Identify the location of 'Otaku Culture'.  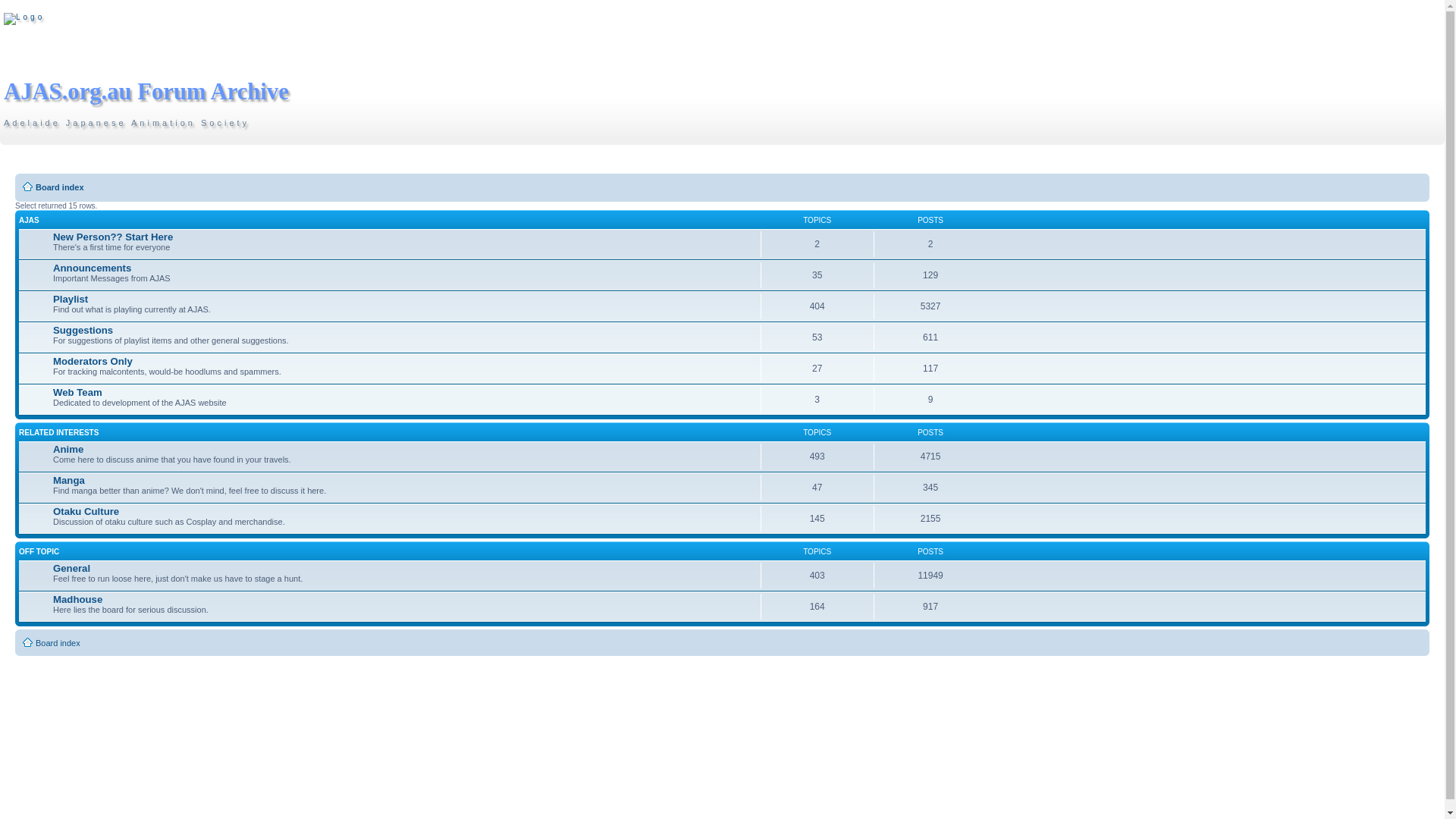
(85, 511).